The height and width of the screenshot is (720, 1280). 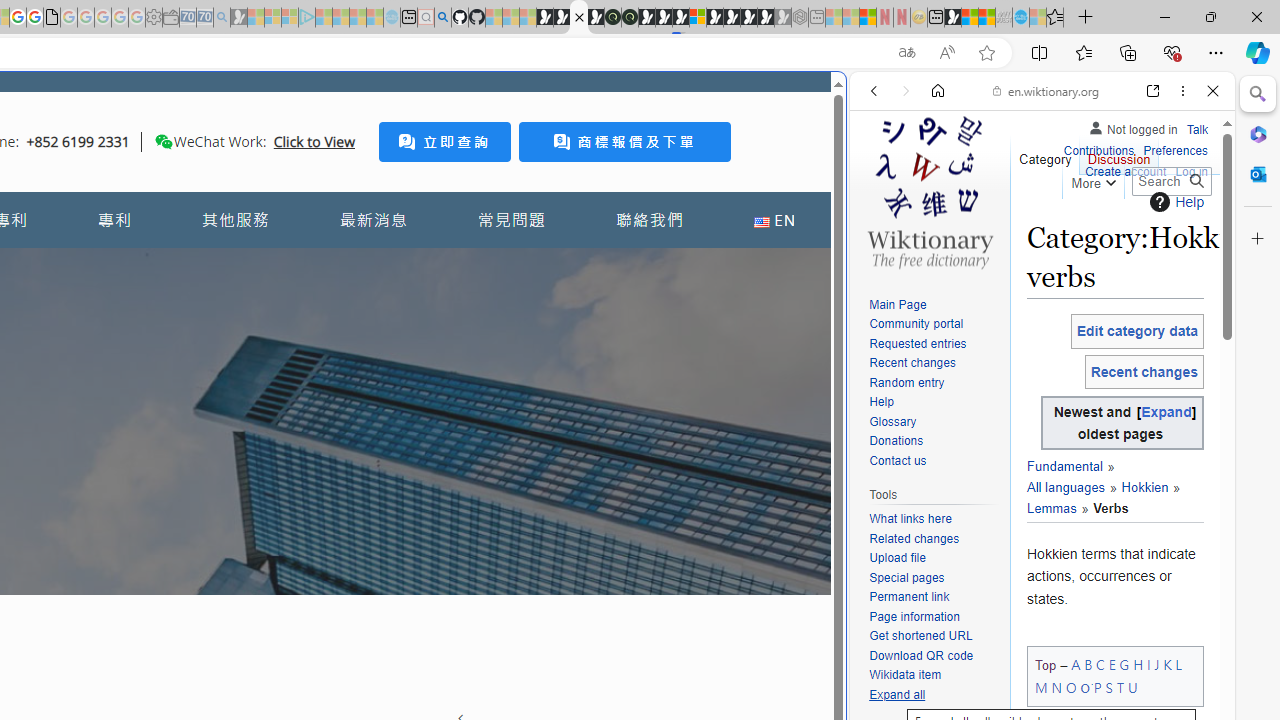 I want to click on 'Log in', so click(x=1191, y=171).